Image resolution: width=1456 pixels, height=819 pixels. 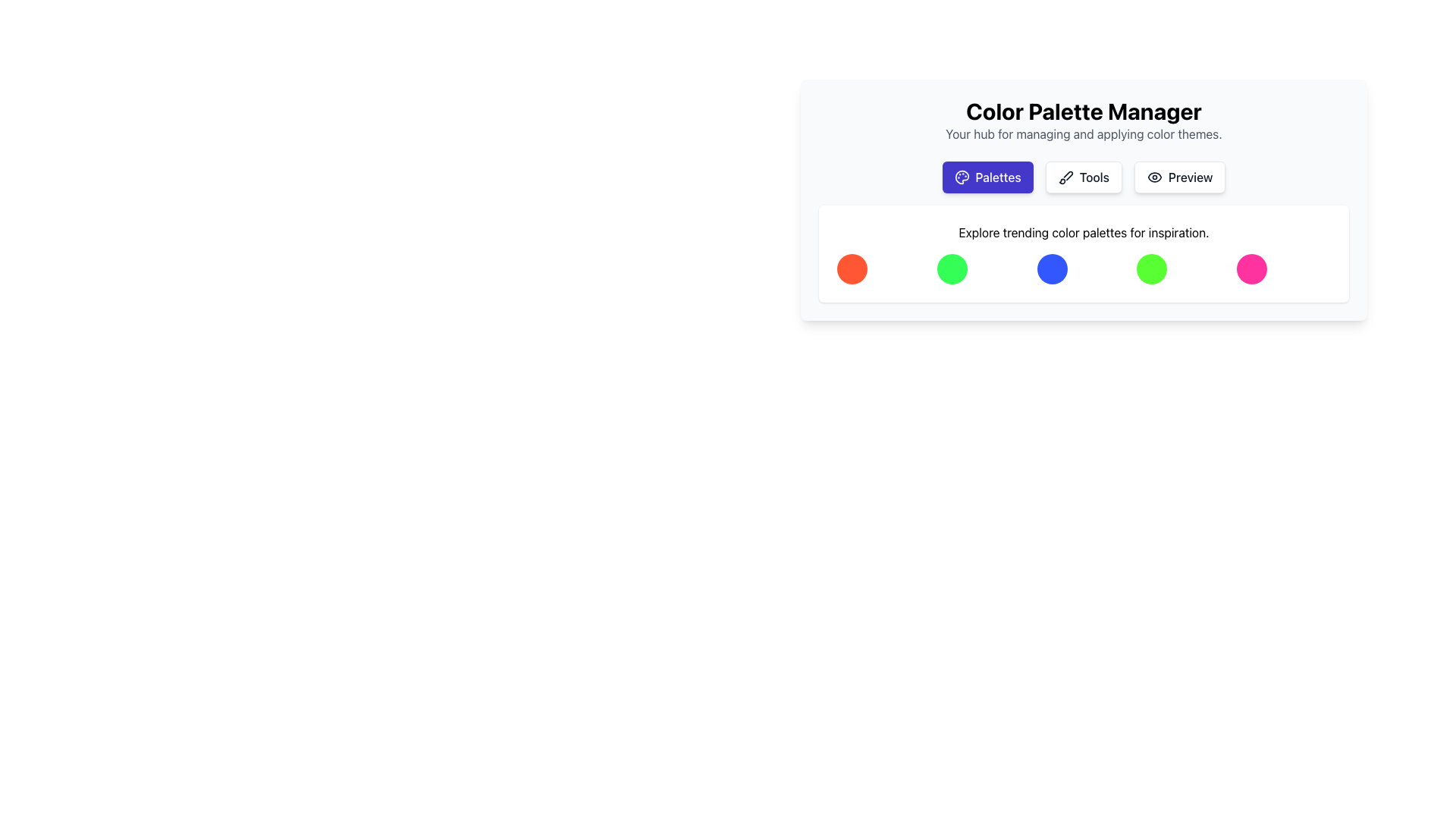 What do you see at coordinates (1153, 177) in the screenshot?
I see `outer circular shape of the eye icon located in the top-right corner of the interface for its visual style or SVG properties` at bounding box center [1153, 177].